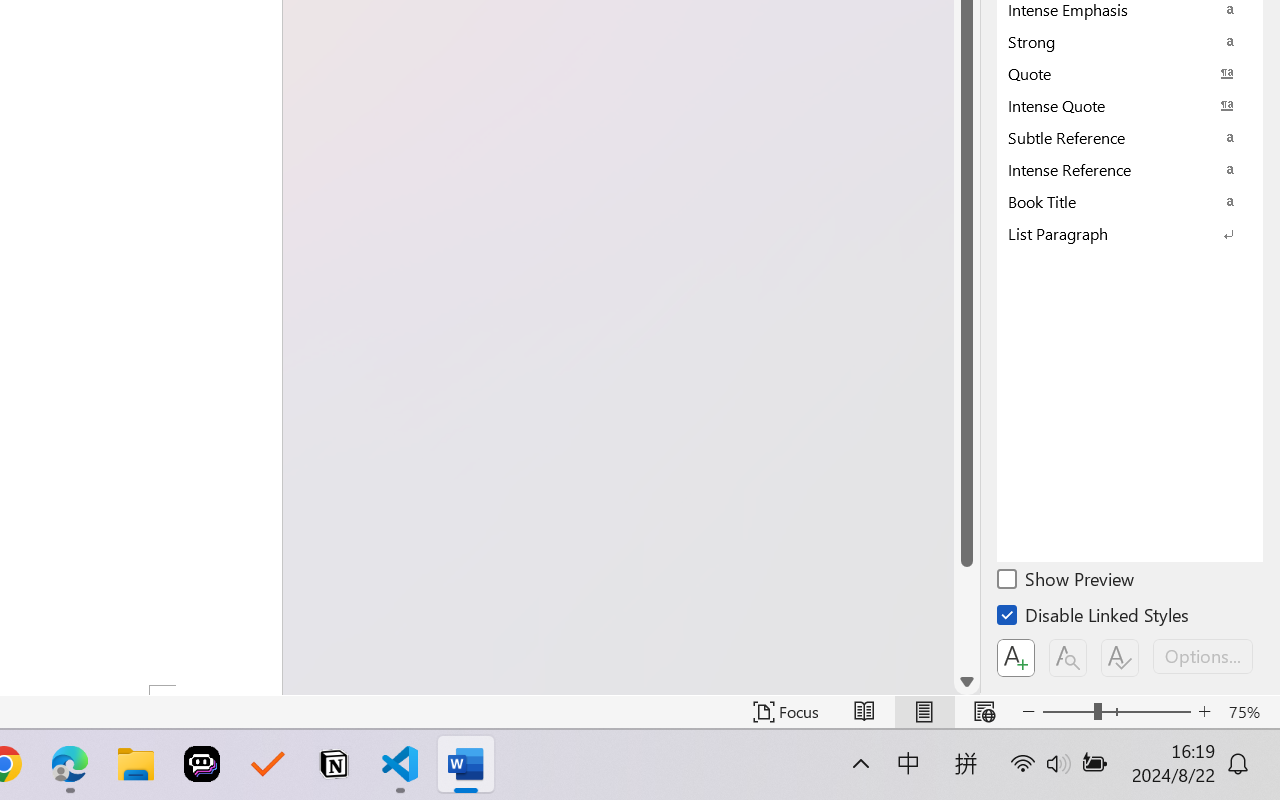 The image size is (1280, 800). Describe the element at coordinates (1130, 201) in the screenshot. I see `'Book Title'` at that location.